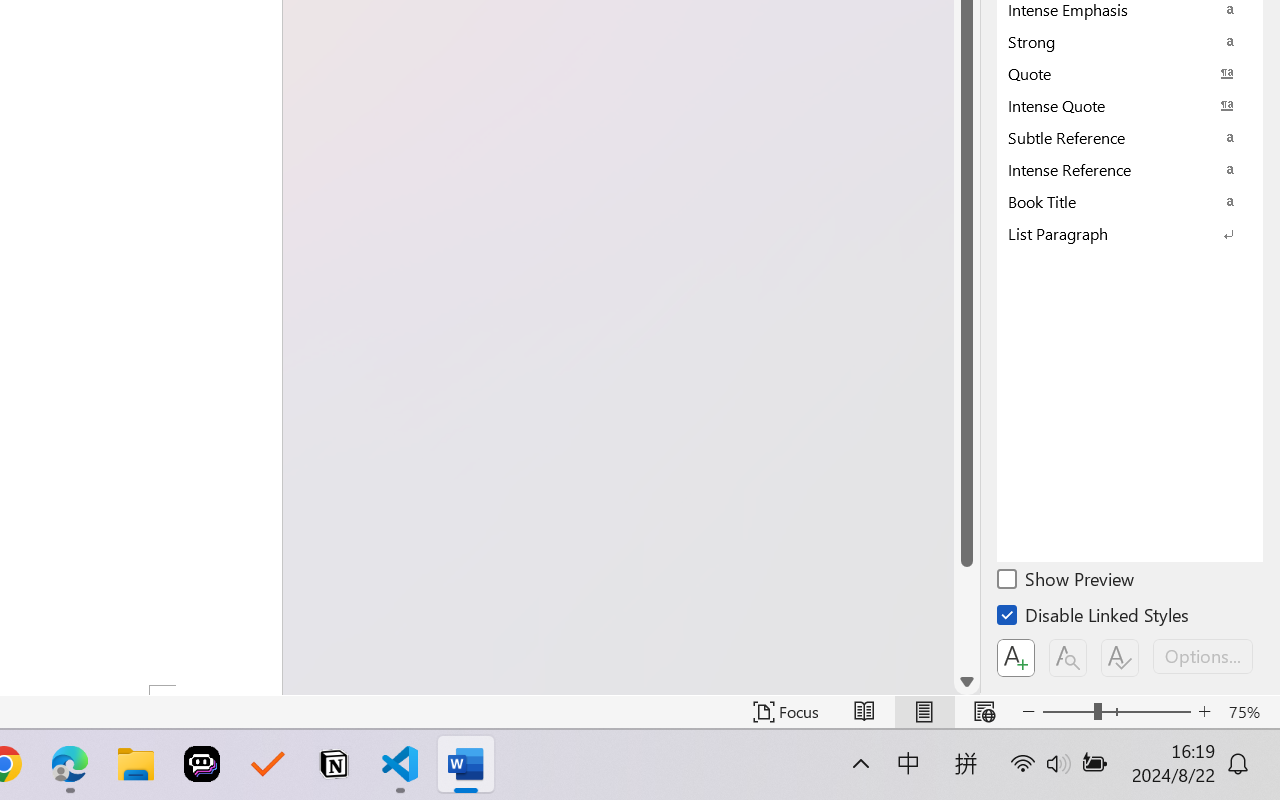 The image size is (1280, 800). Describe the element at coordinates (1130, 201) in the screenshot. I see `'Book Title'` at that location.